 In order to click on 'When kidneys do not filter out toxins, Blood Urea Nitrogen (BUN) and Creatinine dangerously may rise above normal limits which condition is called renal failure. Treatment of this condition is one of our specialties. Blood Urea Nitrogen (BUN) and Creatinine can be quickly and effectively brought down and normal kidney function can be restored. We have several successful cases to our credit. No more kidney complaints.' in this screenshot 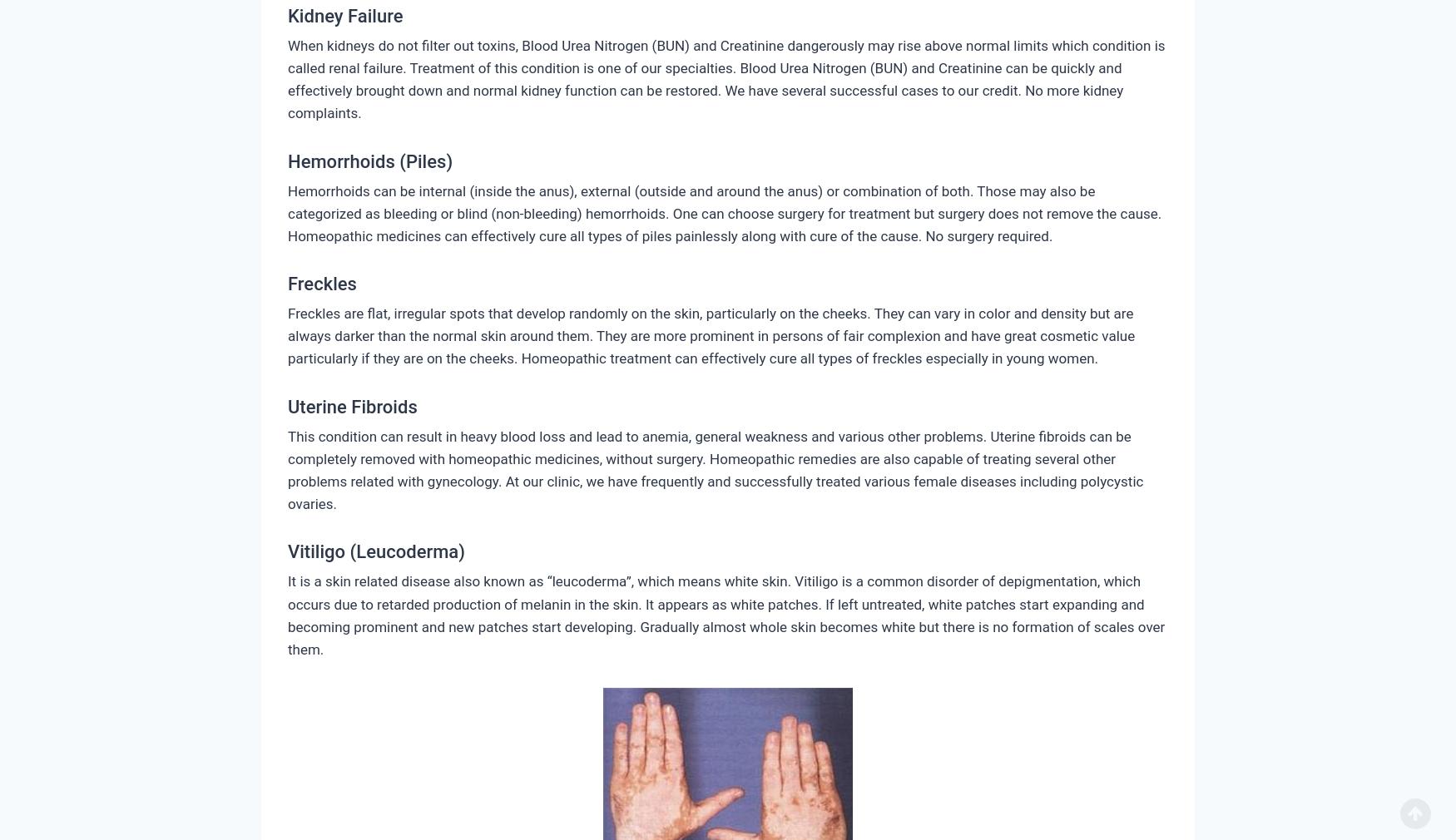, I will do `click(726, 78)`.